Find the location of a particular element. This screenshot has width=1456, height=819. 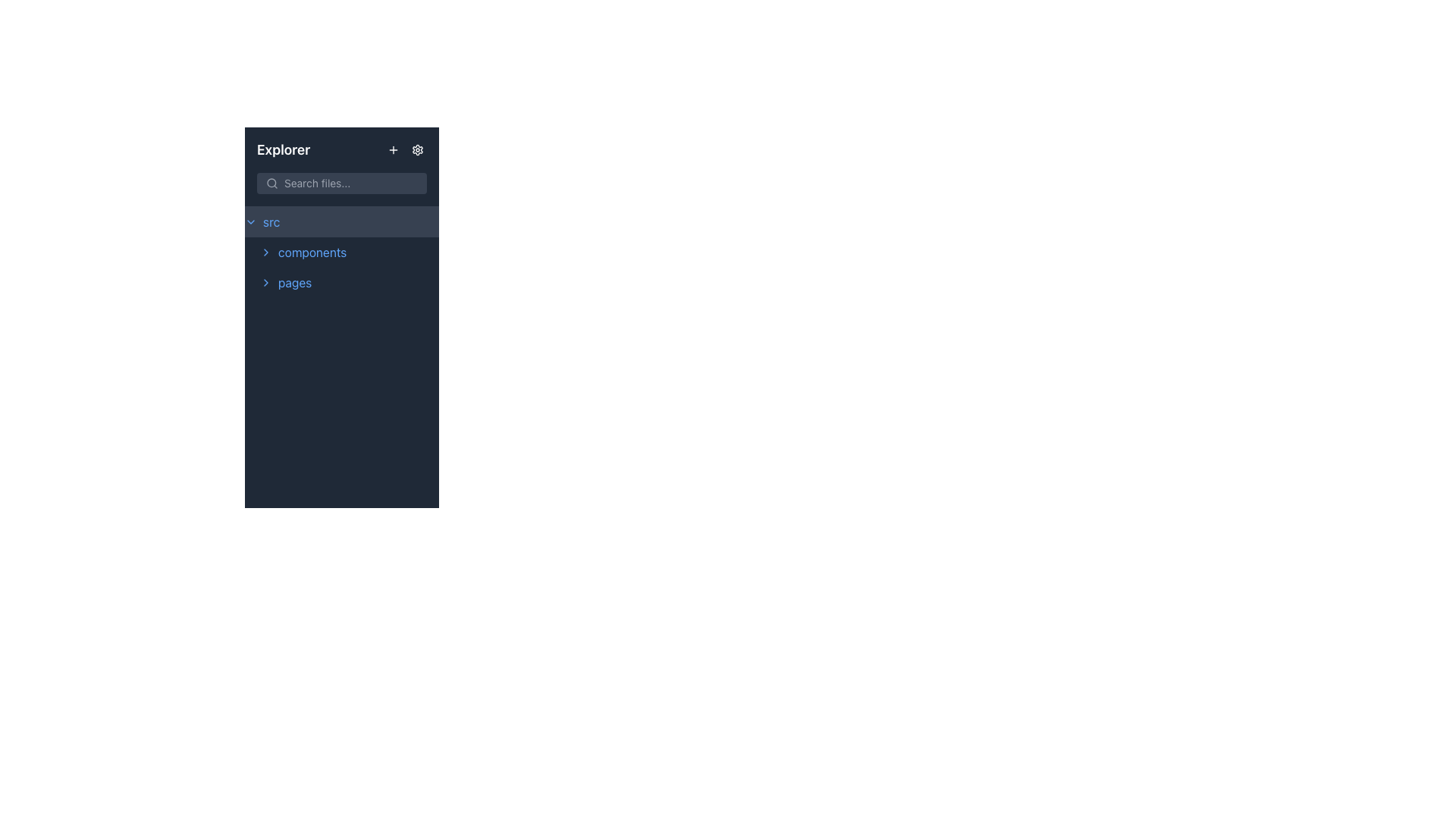

the settings icon located at the top-right corner of the Explorer panel is located at coordinates (418, 149).